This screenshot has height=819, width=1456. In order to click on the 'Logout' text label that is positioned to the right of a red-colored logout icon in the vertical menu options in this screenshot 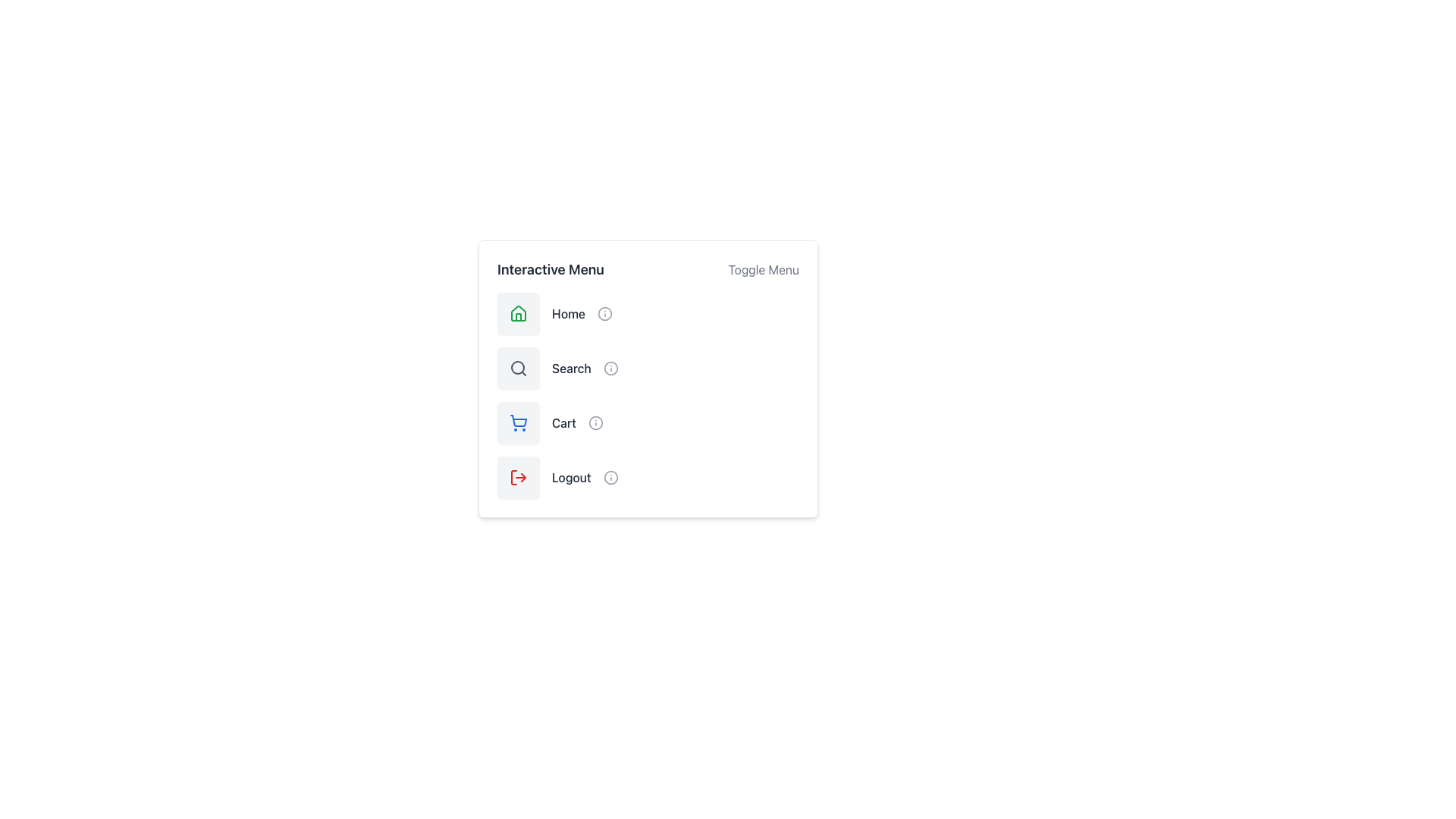, I will do `click(570, 476)`.